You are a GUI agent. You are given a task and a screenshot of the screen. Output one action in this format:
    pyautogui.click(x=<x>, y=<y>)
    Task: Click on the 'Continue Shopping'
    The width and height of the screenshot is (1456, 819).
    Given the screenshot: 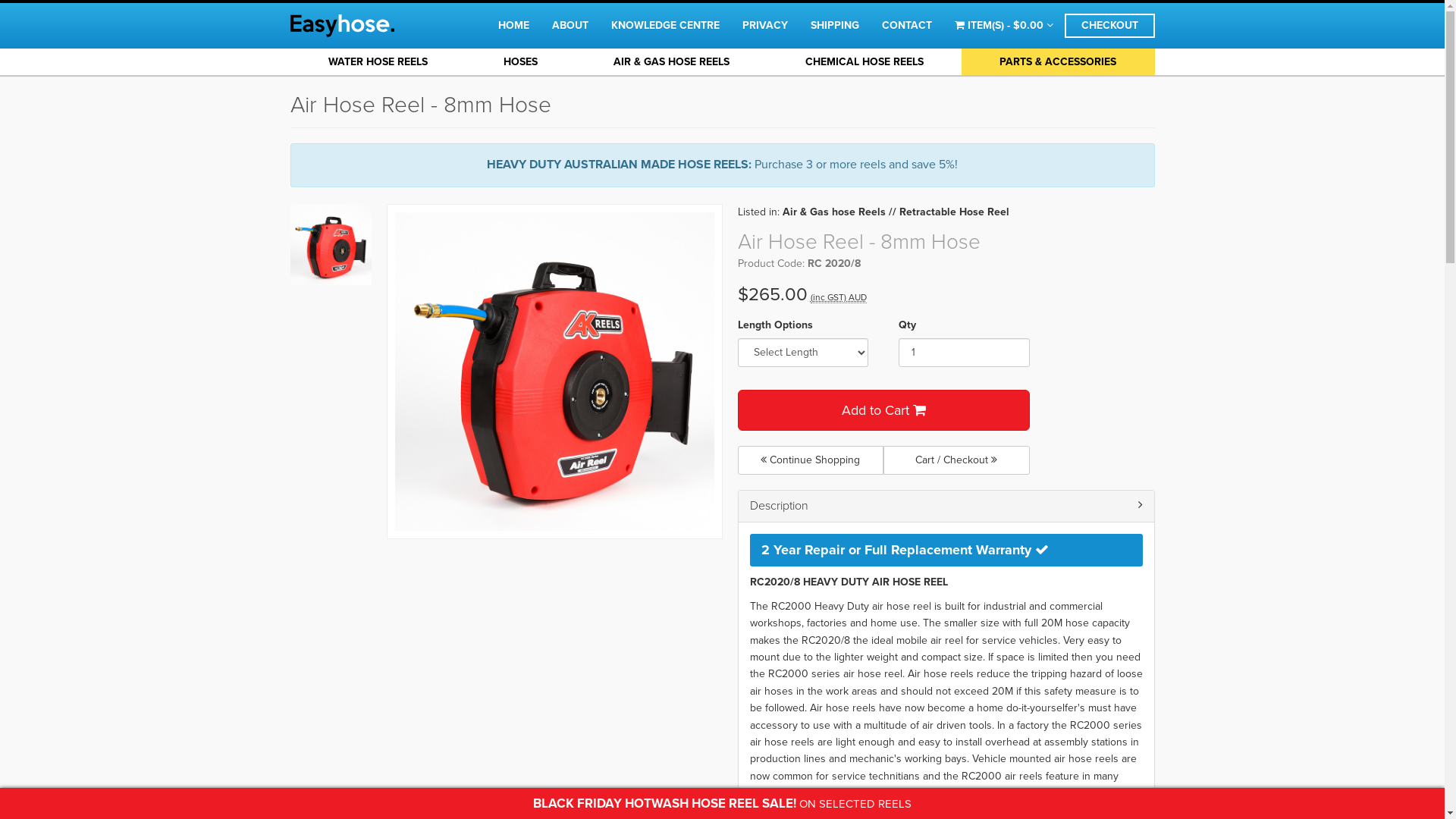 What is the action you would take?
    pyautogui.click(x=809, y=459)
    